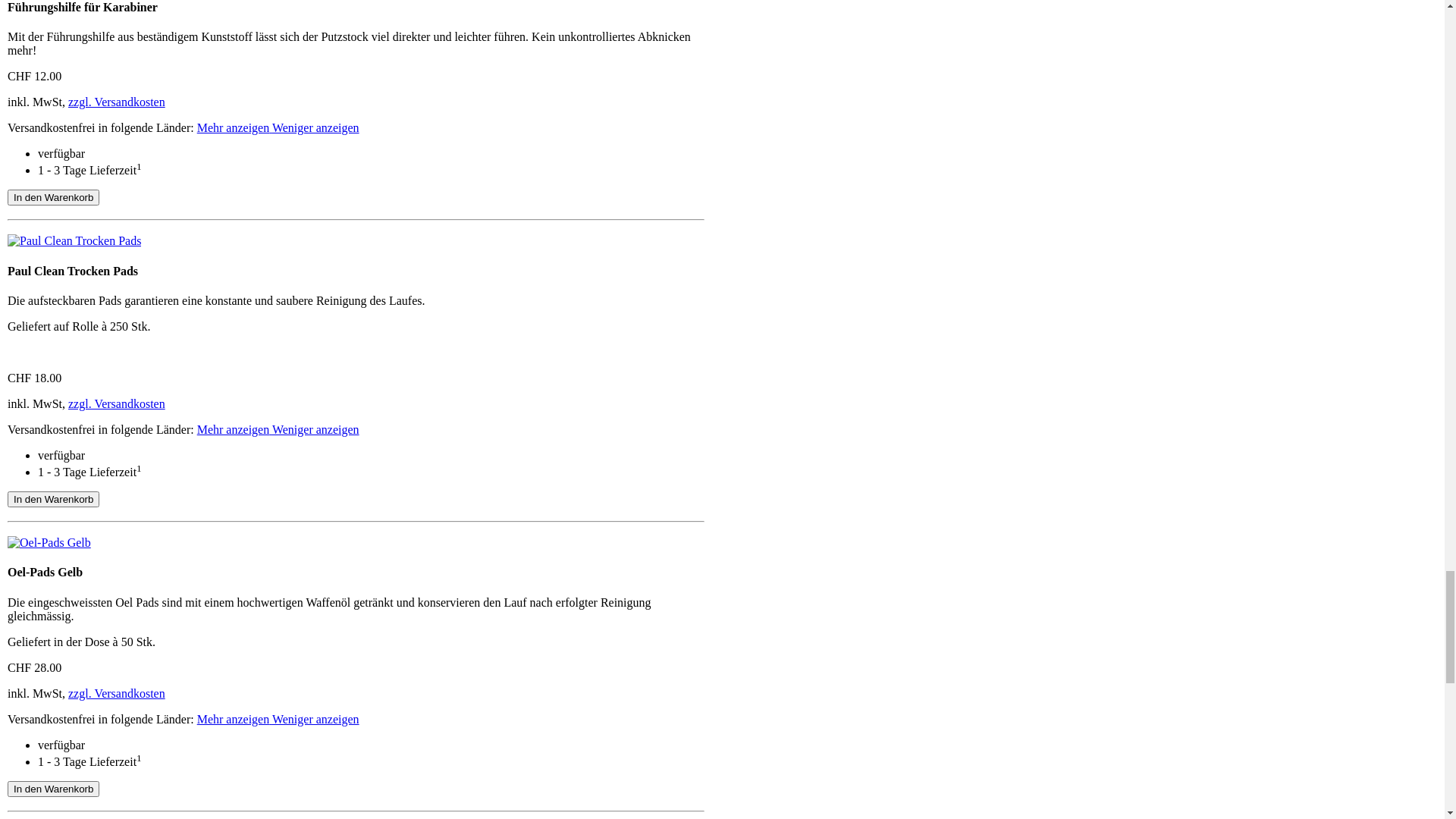 The image size is (1456, 819). What do you see at coordinates (52, 33) in the screenshot?
I see `'Produkte'` at bounding box center [52, 33].